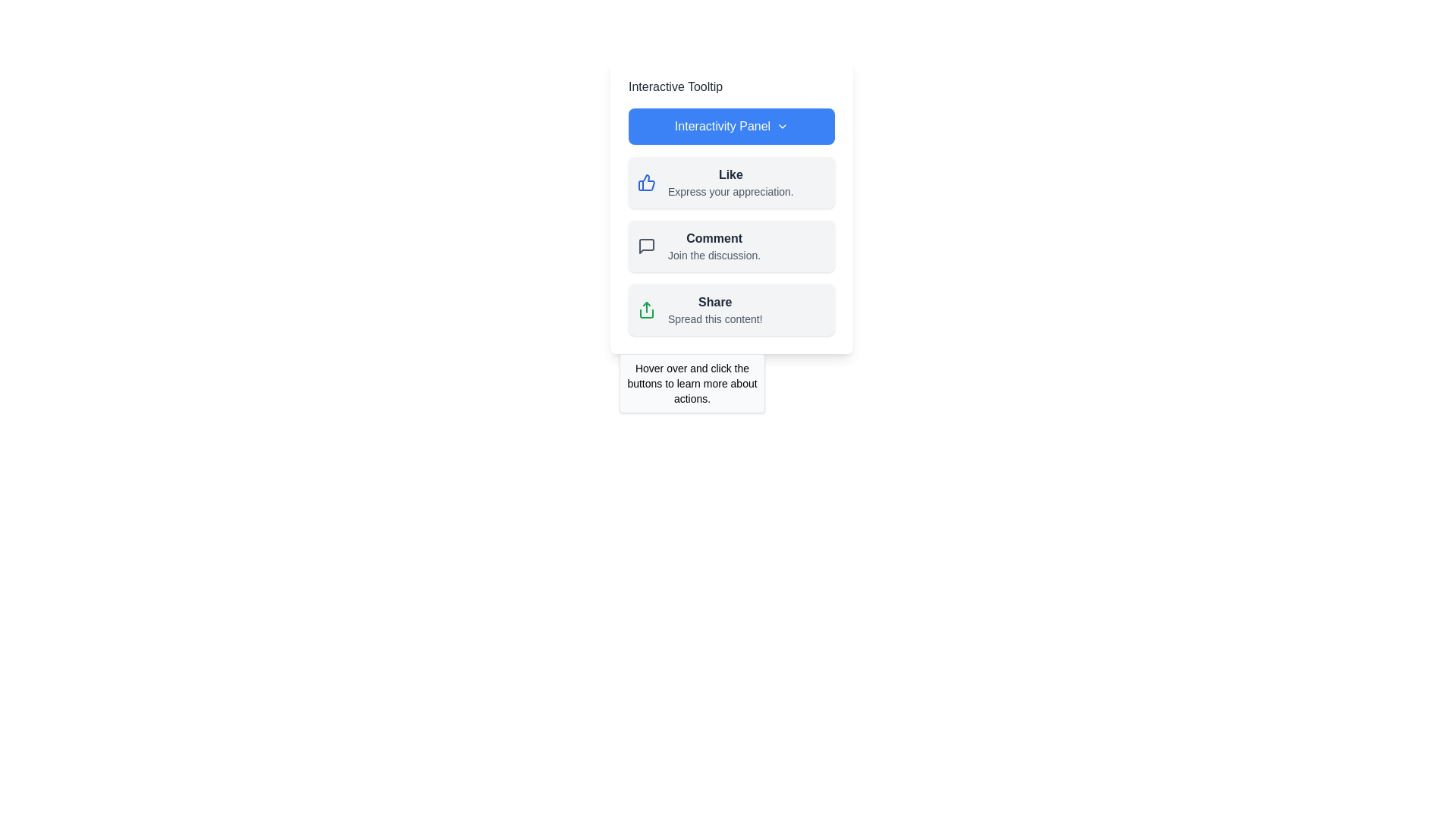  Describe the element at coordinates (714, 245) in the screenshot. I see `the 'Comment' text label, which is the second option in the tooltip interface, displaying 'Comment' in bold dark-gray and 'Join the discussion.' in lighter gray` at that location.